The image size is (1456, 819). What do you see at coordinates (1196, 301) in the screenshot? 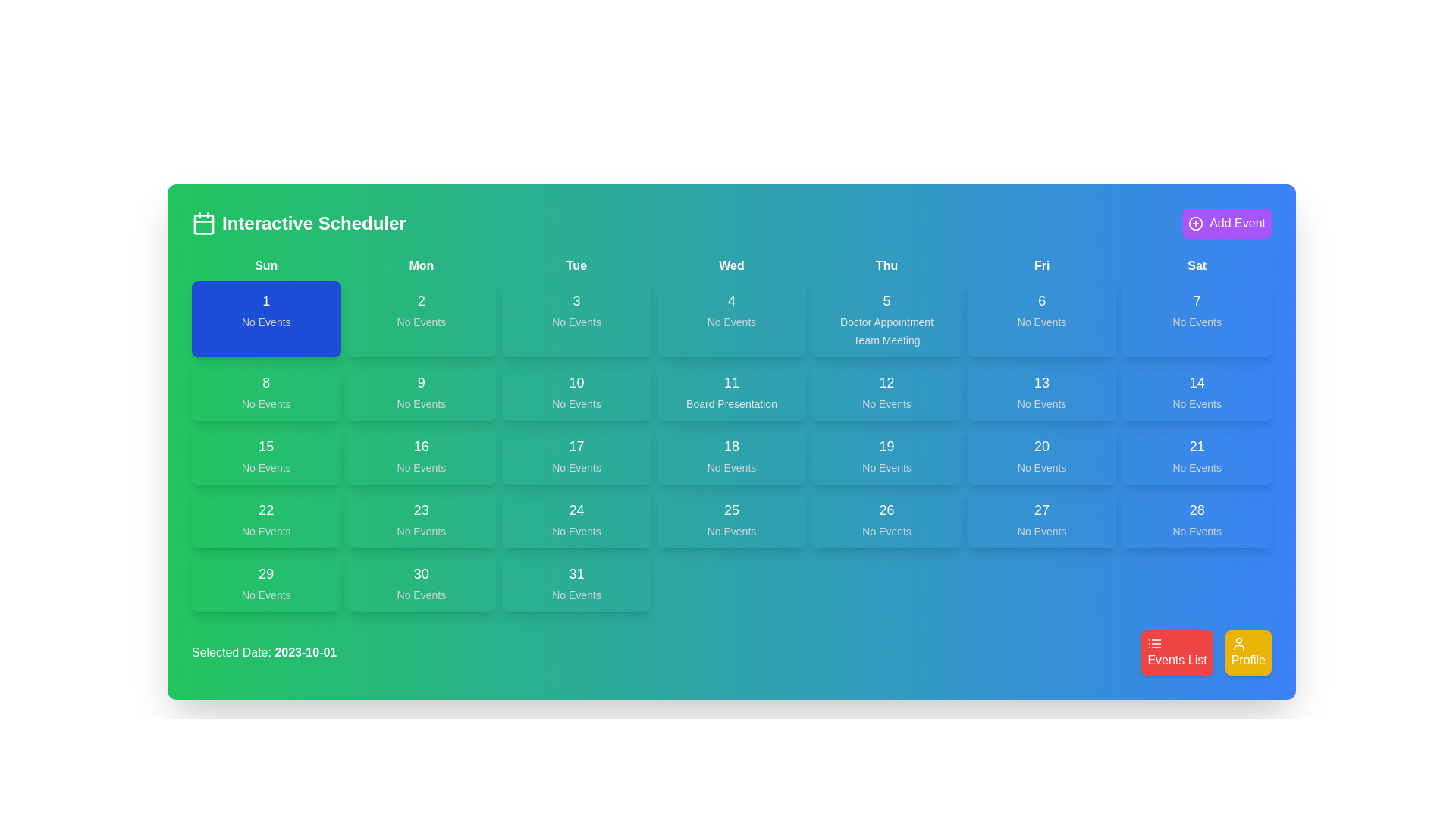
I see `text of the label indicating the day '7' in the calendar layout, located under the 'Sat' column and within the blue rectangular box` at bounding box center [1196, 301].